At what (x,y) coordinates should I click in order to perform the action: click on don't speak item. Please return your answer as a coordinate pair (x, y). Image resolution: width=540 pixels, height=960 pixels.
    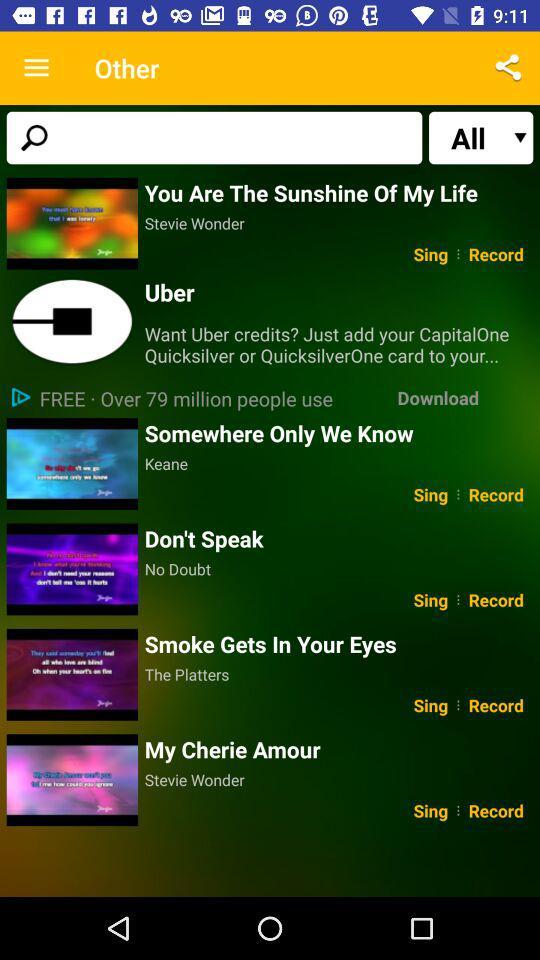
    Looking at the image, I should click on (338, 537).